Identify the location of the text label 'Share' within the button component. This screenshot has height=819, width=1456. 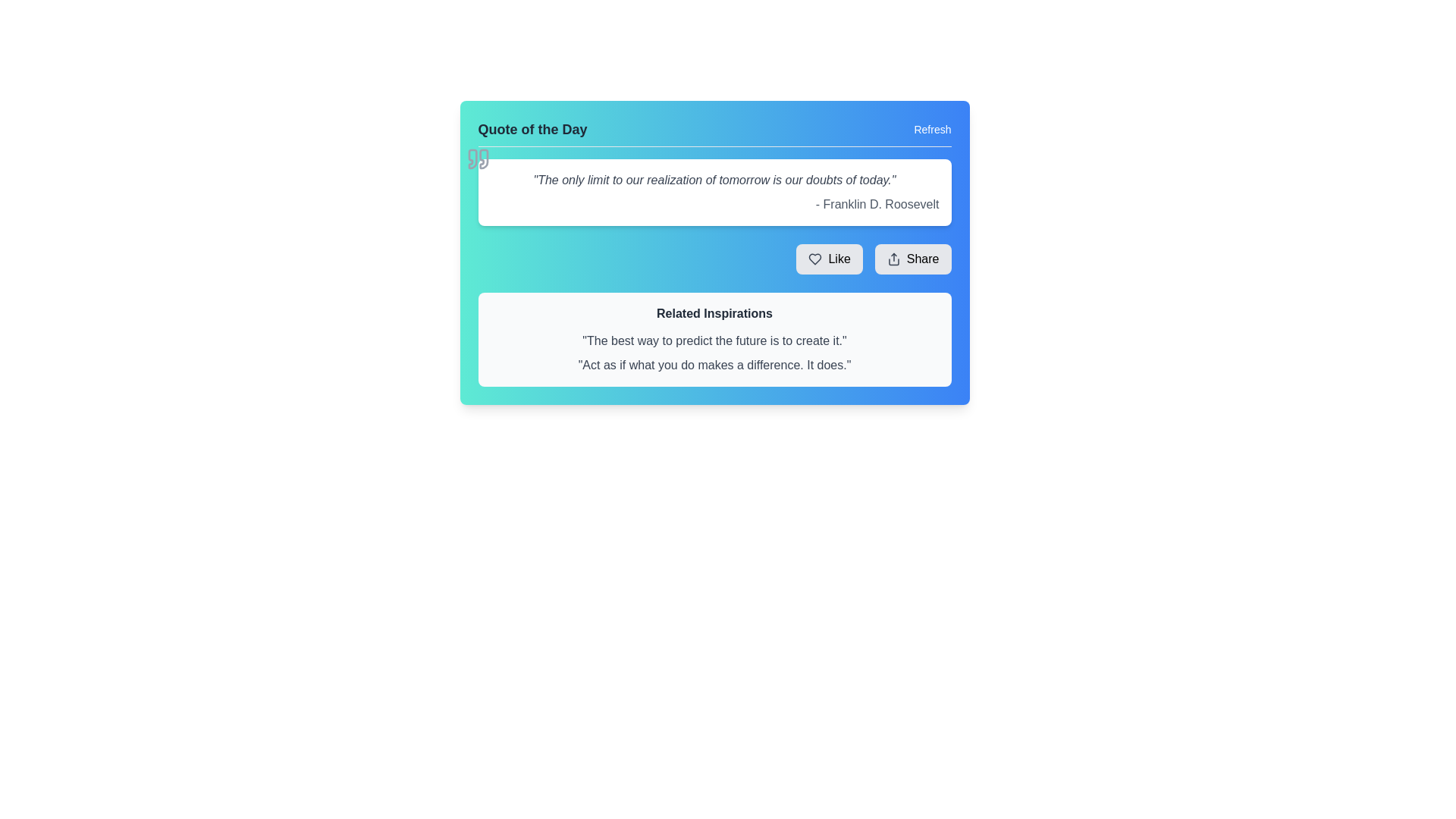
(922, 259).